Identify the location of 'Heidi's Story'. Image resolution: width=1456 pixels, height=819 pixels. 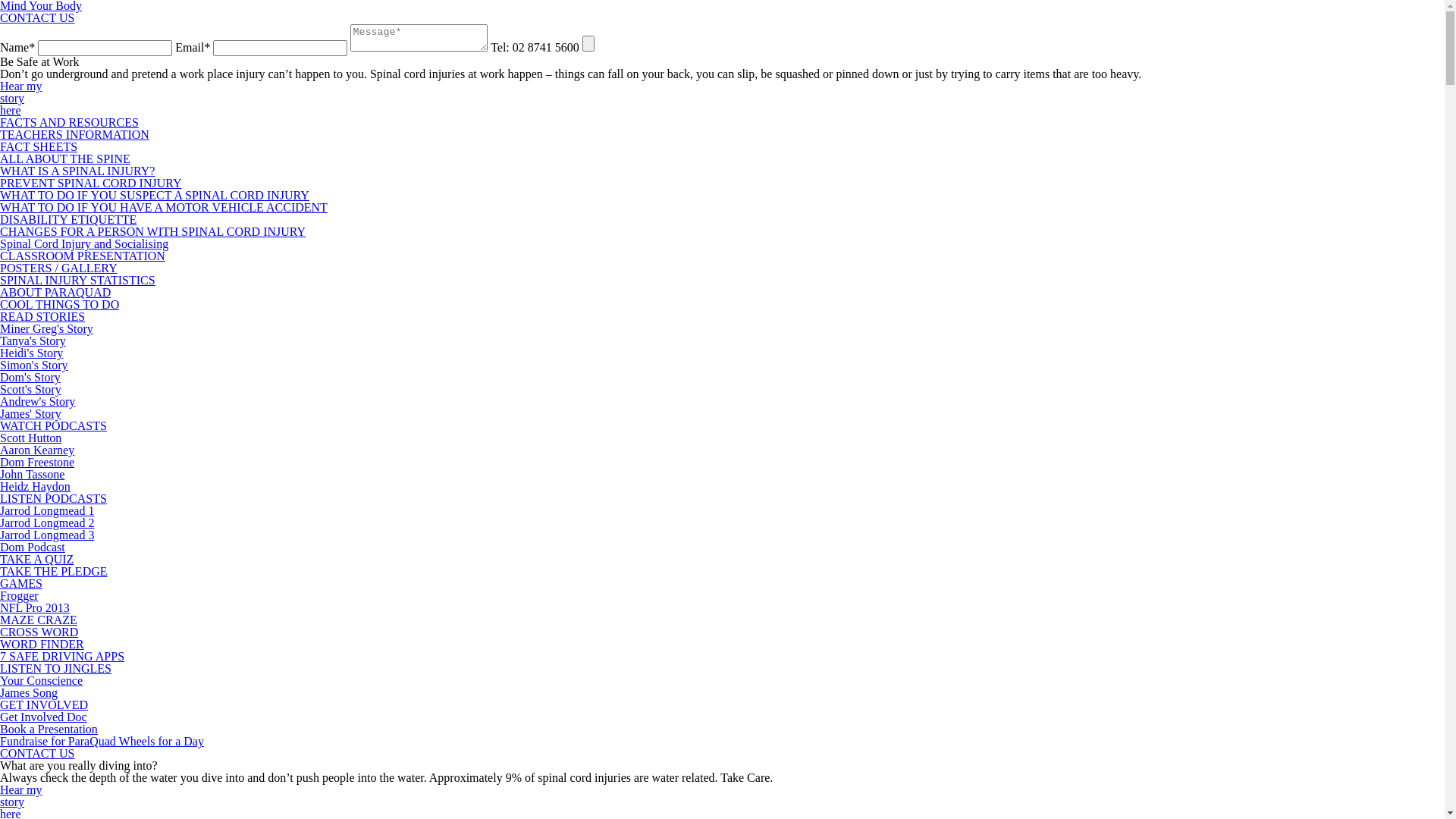
(31, 353).